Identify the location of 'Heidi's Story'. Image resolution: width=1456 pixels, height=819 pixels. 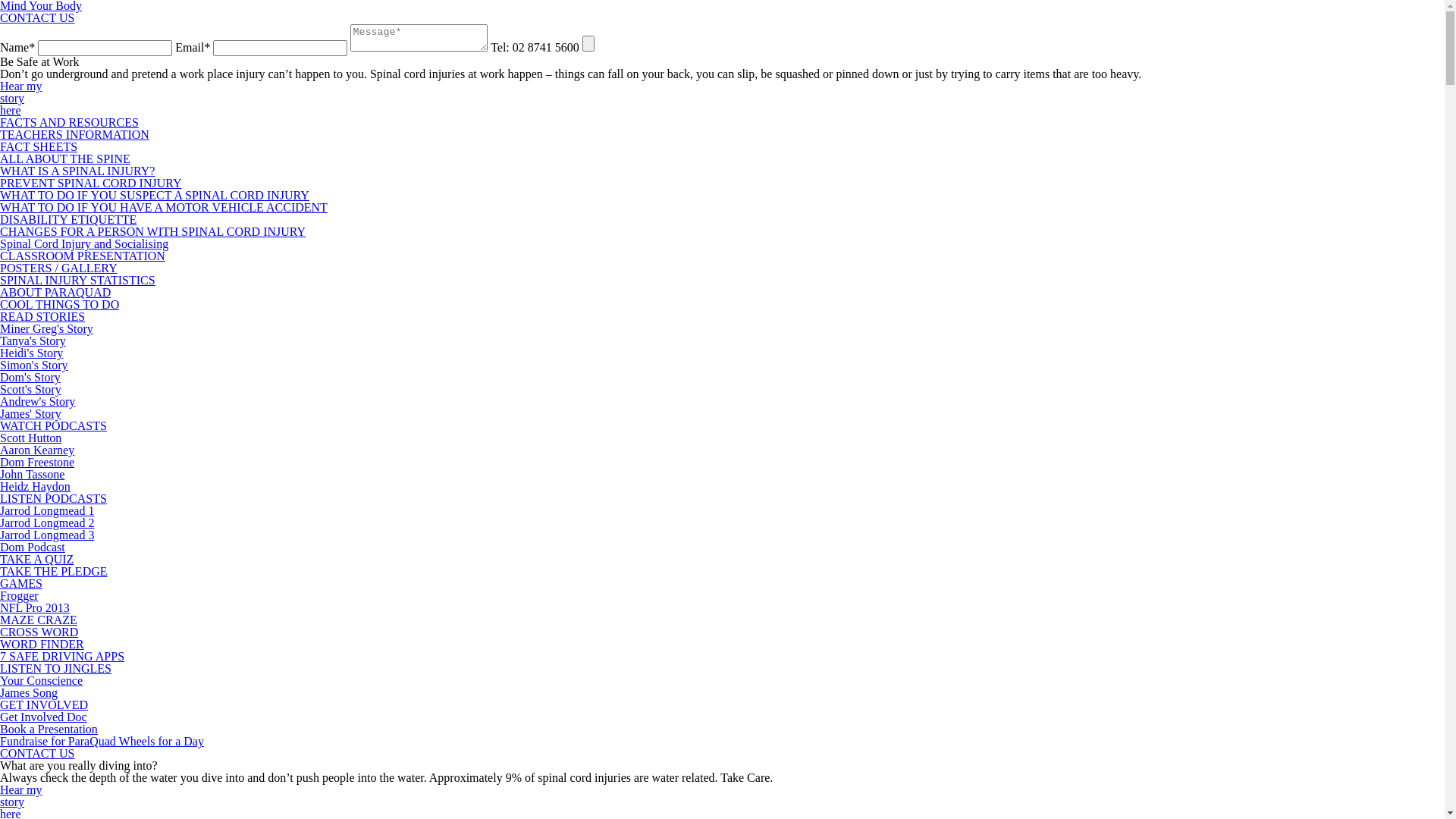
(31, 353).